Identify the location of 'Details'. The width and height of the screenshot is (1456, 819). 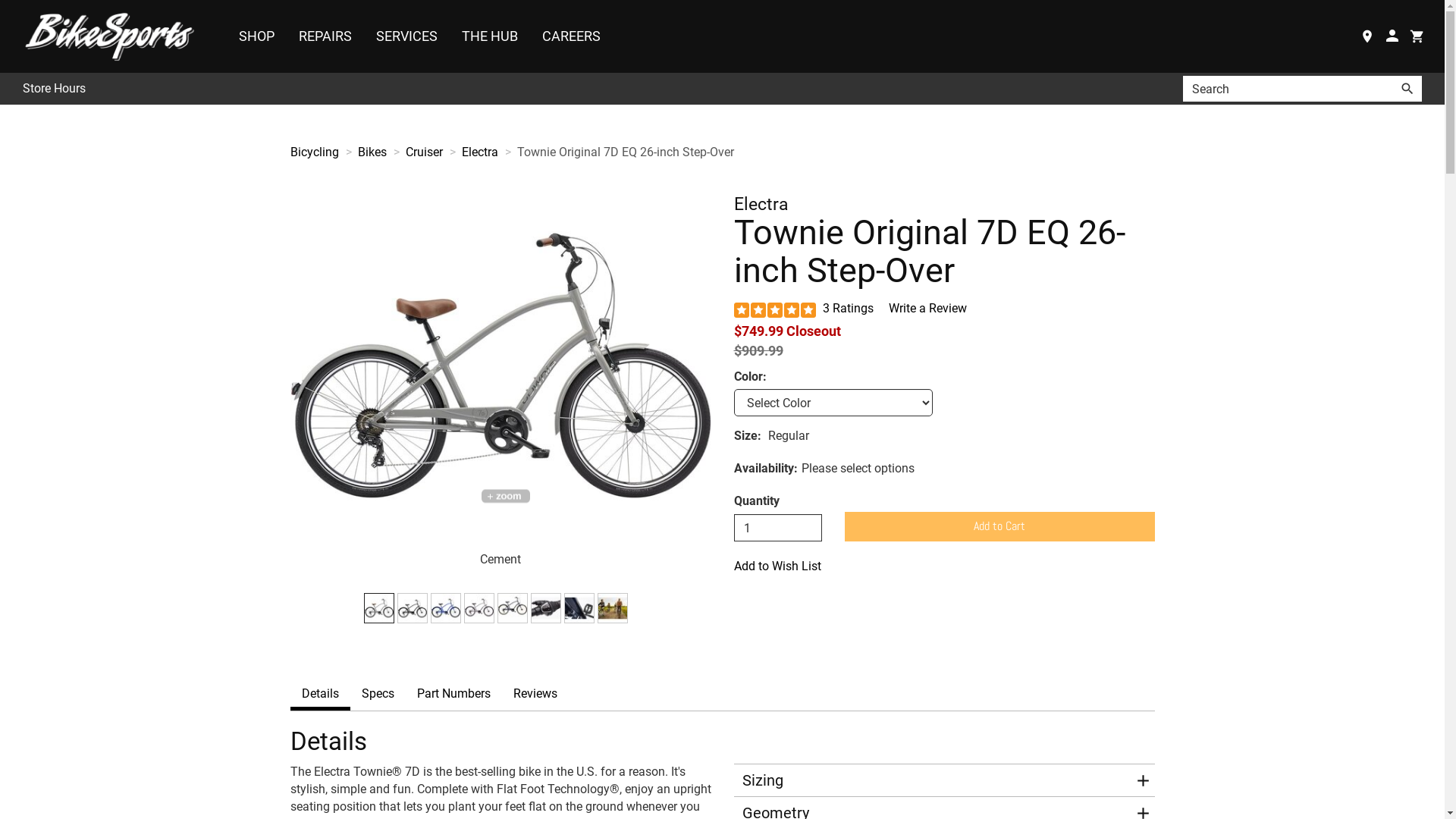
(318, 694).